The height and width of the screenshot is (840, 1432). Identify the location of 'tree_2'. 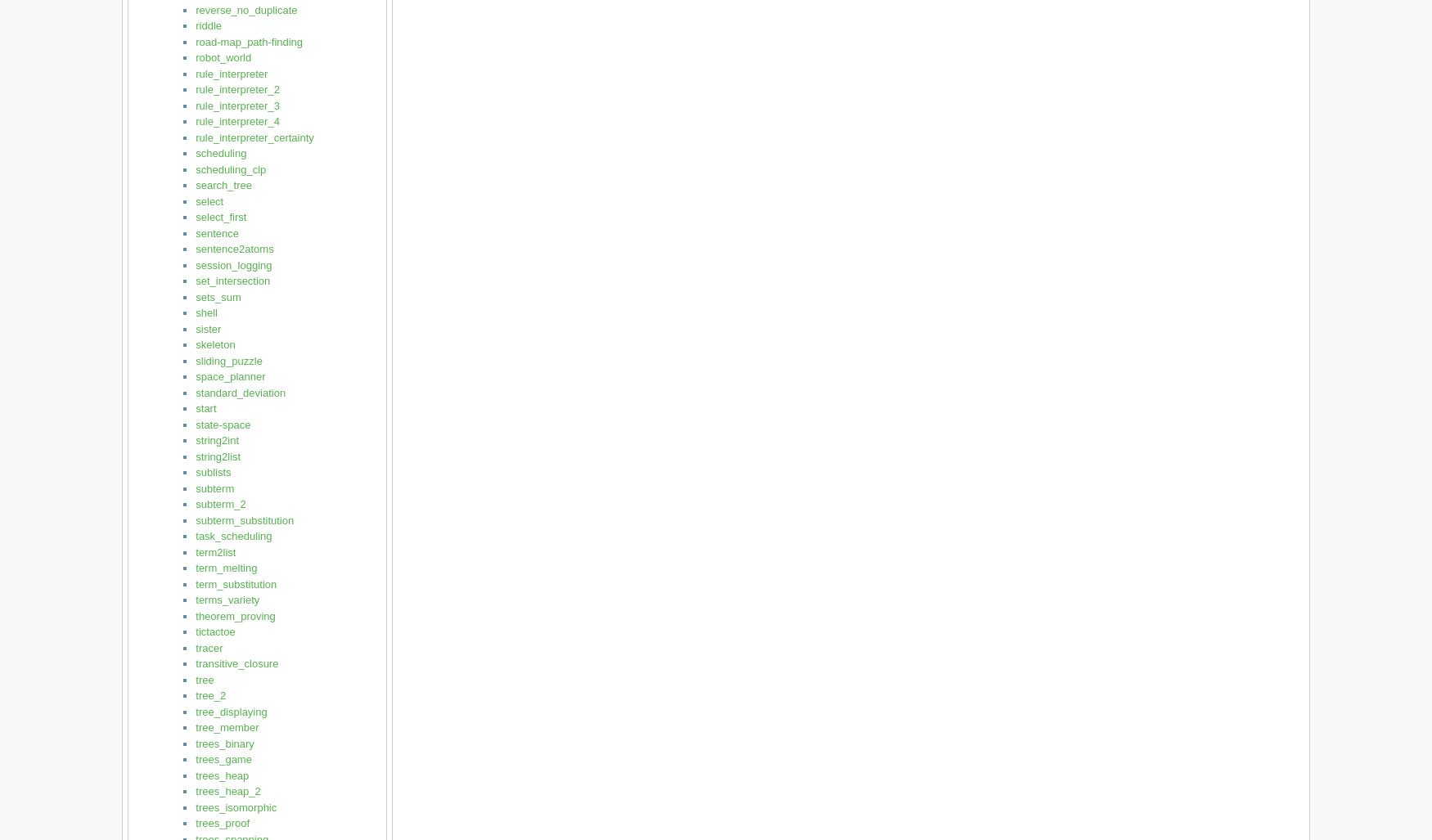
(209, 695).